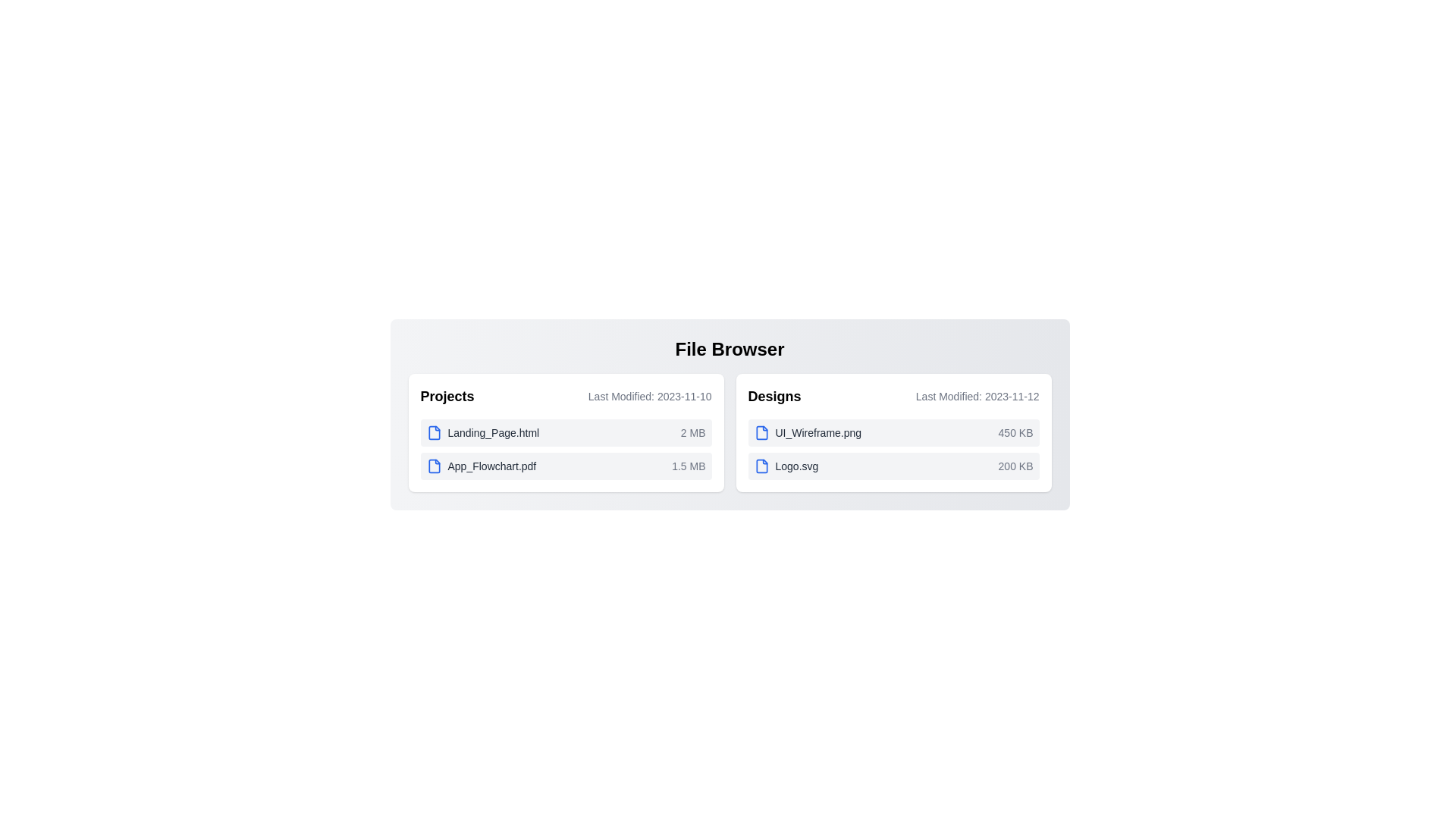  I want to click on the file named UI_Wireframe.png to select it, so click(807, 432).